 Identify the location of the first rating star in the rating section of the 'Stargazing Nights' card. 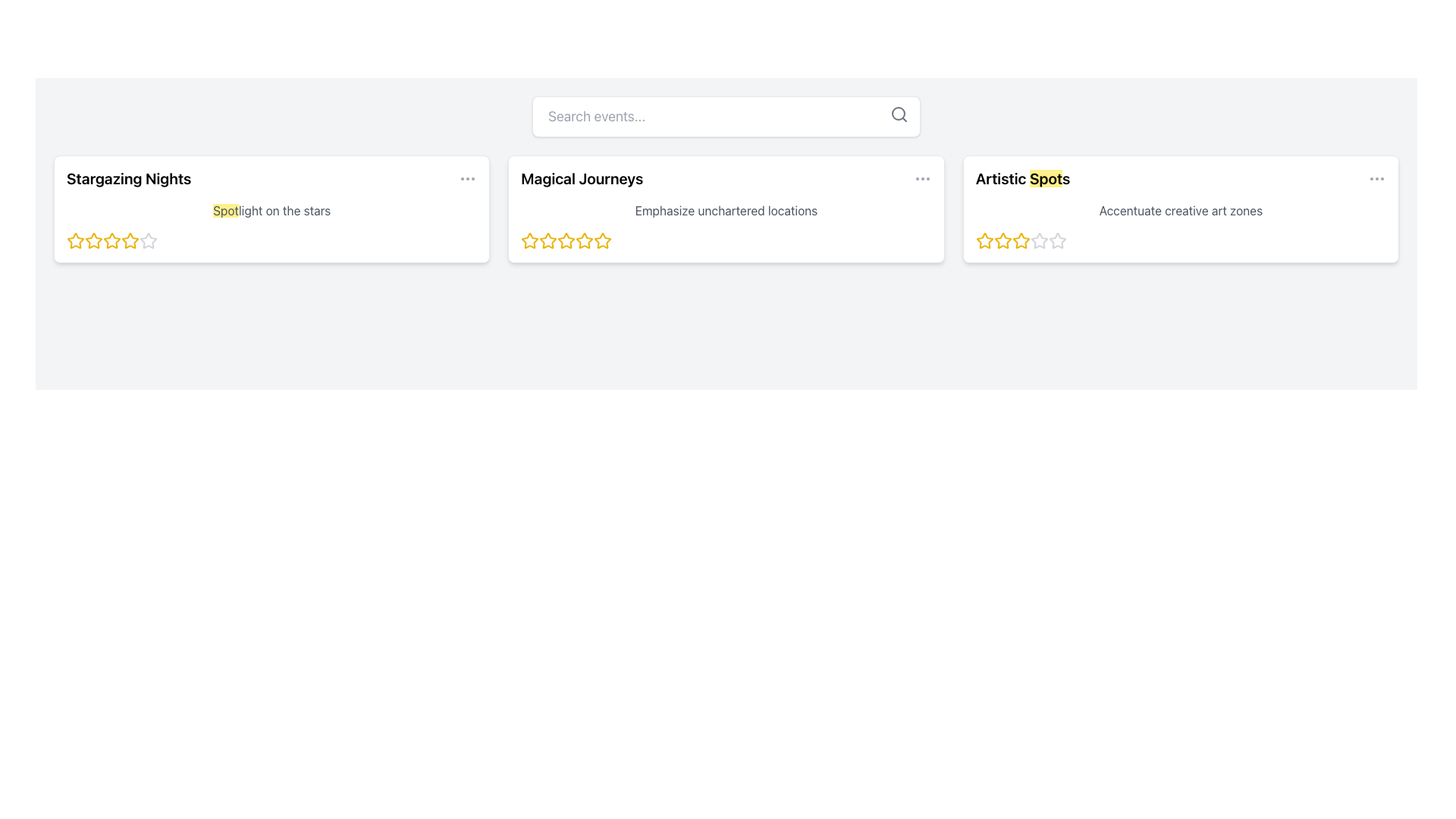
(75, 240).